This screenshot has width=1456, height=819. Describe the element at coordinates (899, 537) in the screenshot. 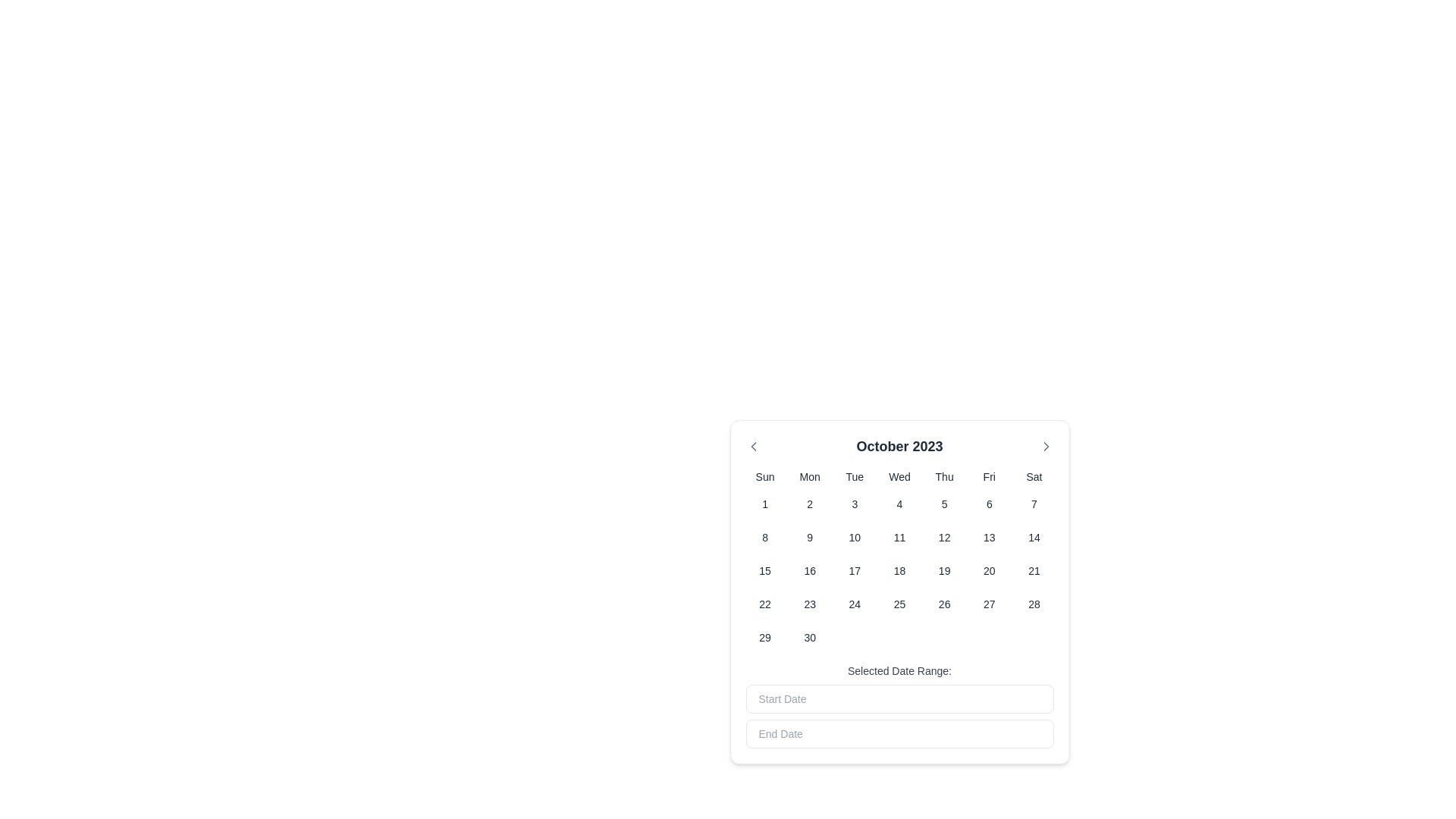

I see `the button displaying the number '11' in the calendar grid layout` at that location.